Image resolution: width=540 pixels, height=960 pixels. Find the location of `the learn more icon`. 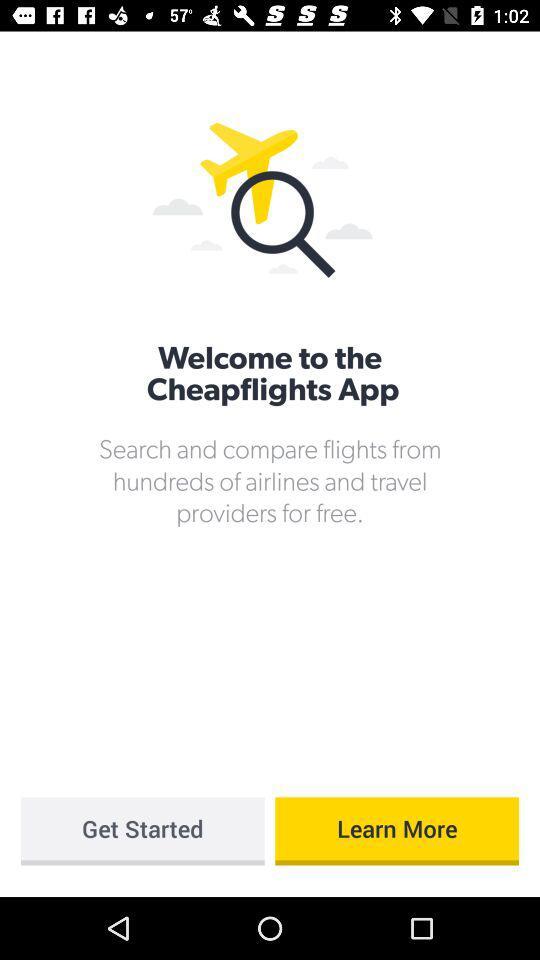

the learn more icon is located at coordinates (397, 831).